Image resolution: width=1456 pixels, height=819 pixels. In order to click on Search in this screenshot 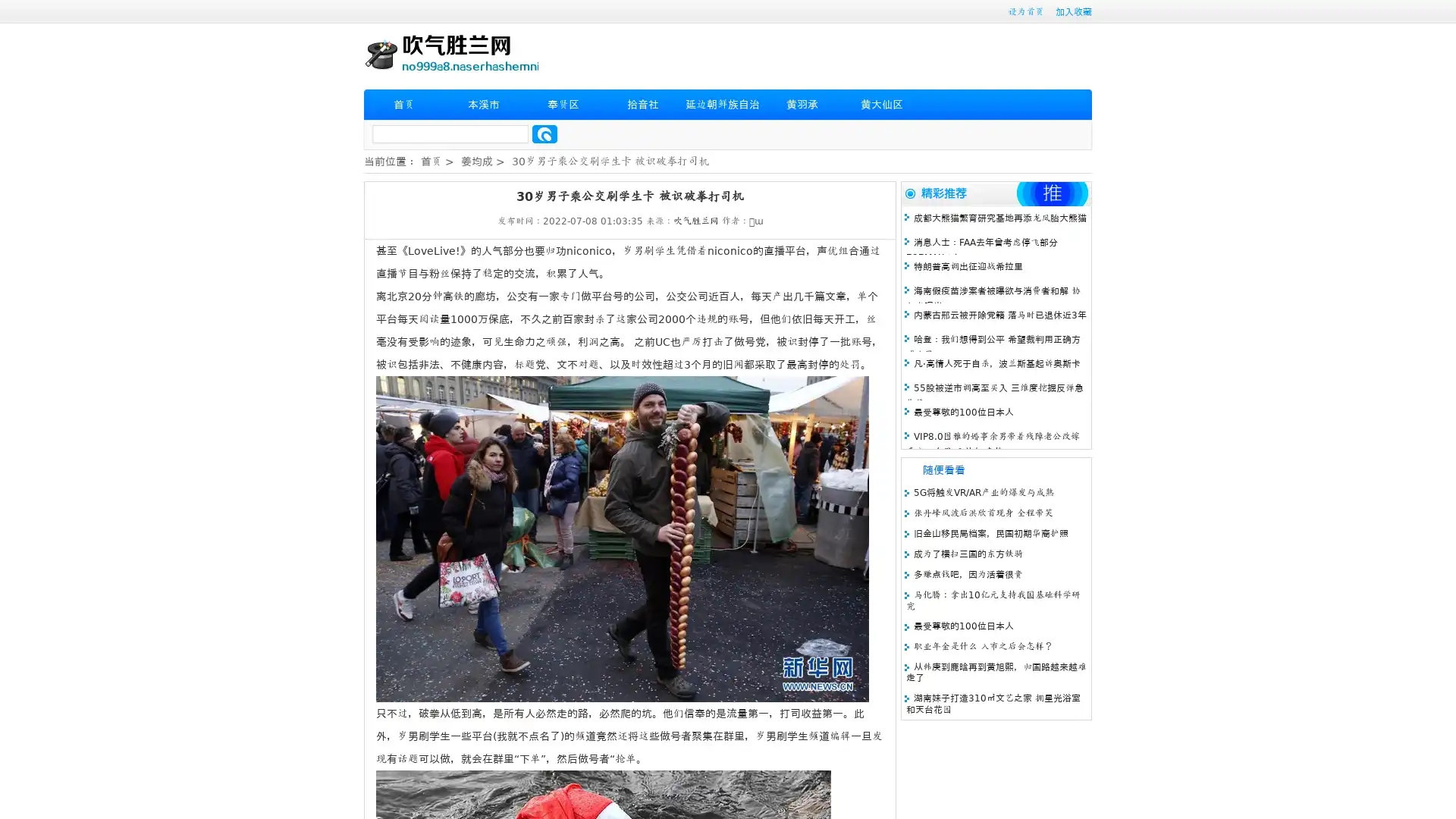, I will do `click(544, 133)`.